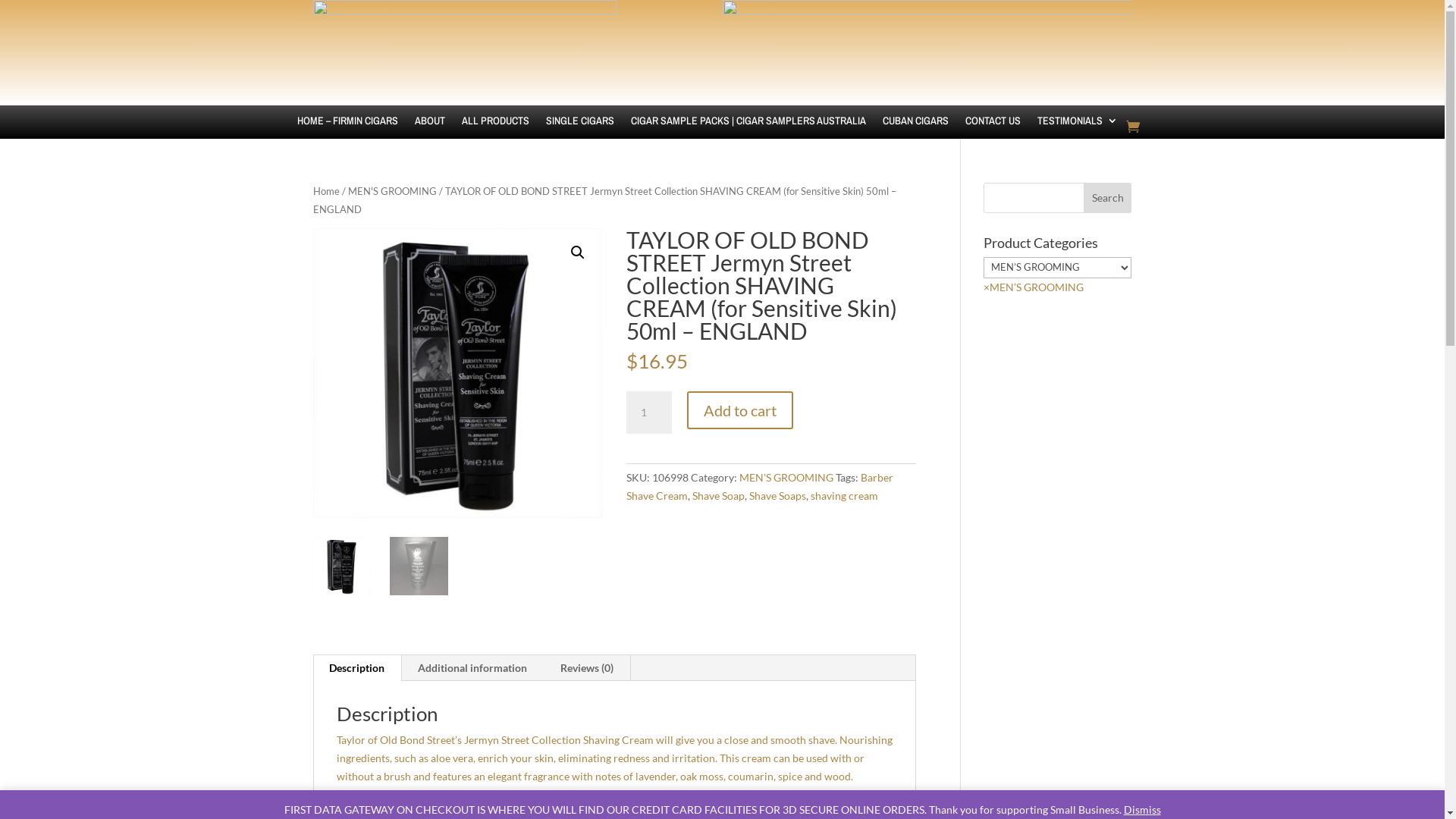 This screenshot has width=1456, height=819. What do you see at coordinates (471, 667) in the screenshot?
I see `'Additional information'` at bounding box center [471, 667].